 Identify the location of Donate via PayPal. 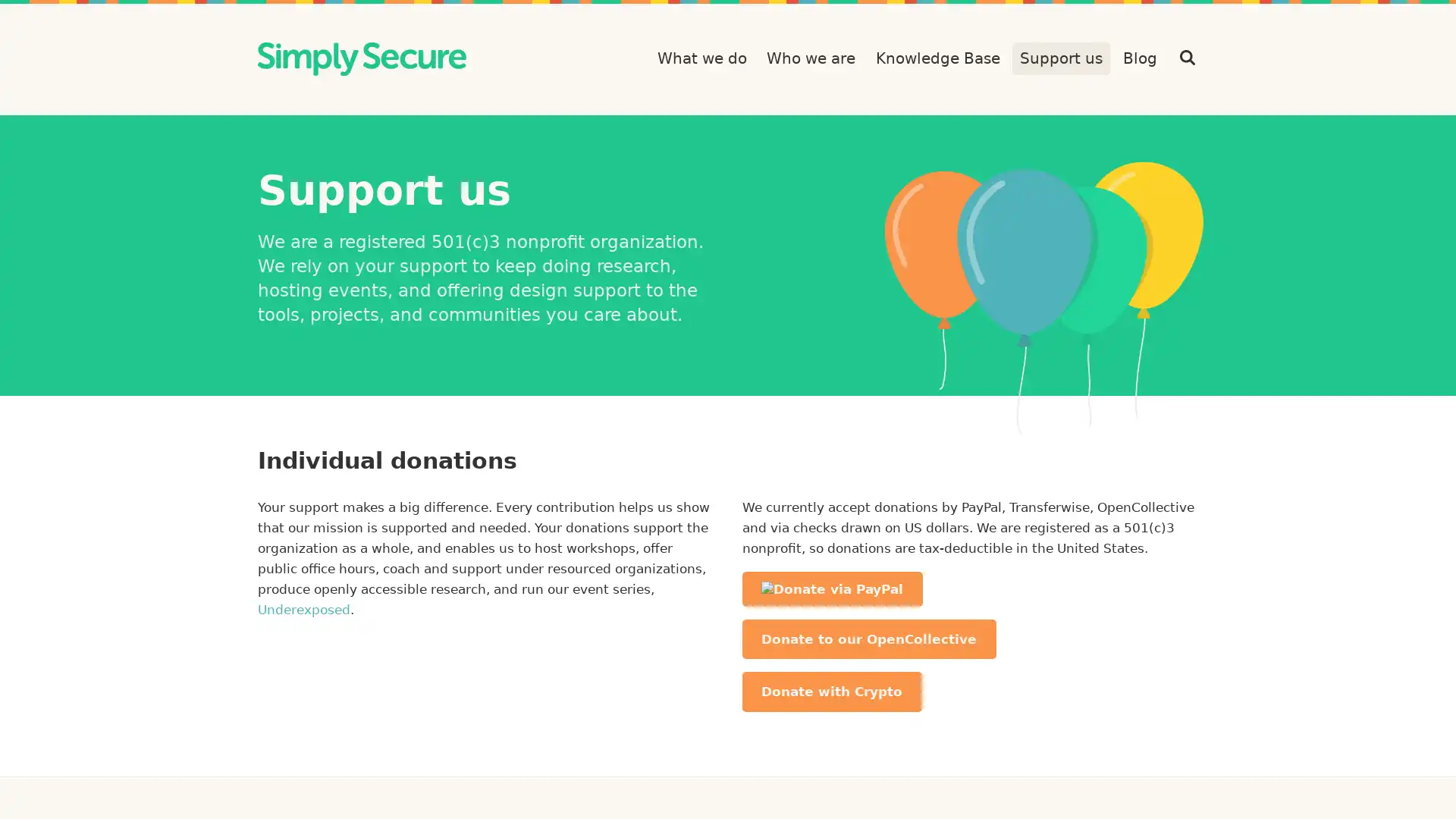
(831, 588).